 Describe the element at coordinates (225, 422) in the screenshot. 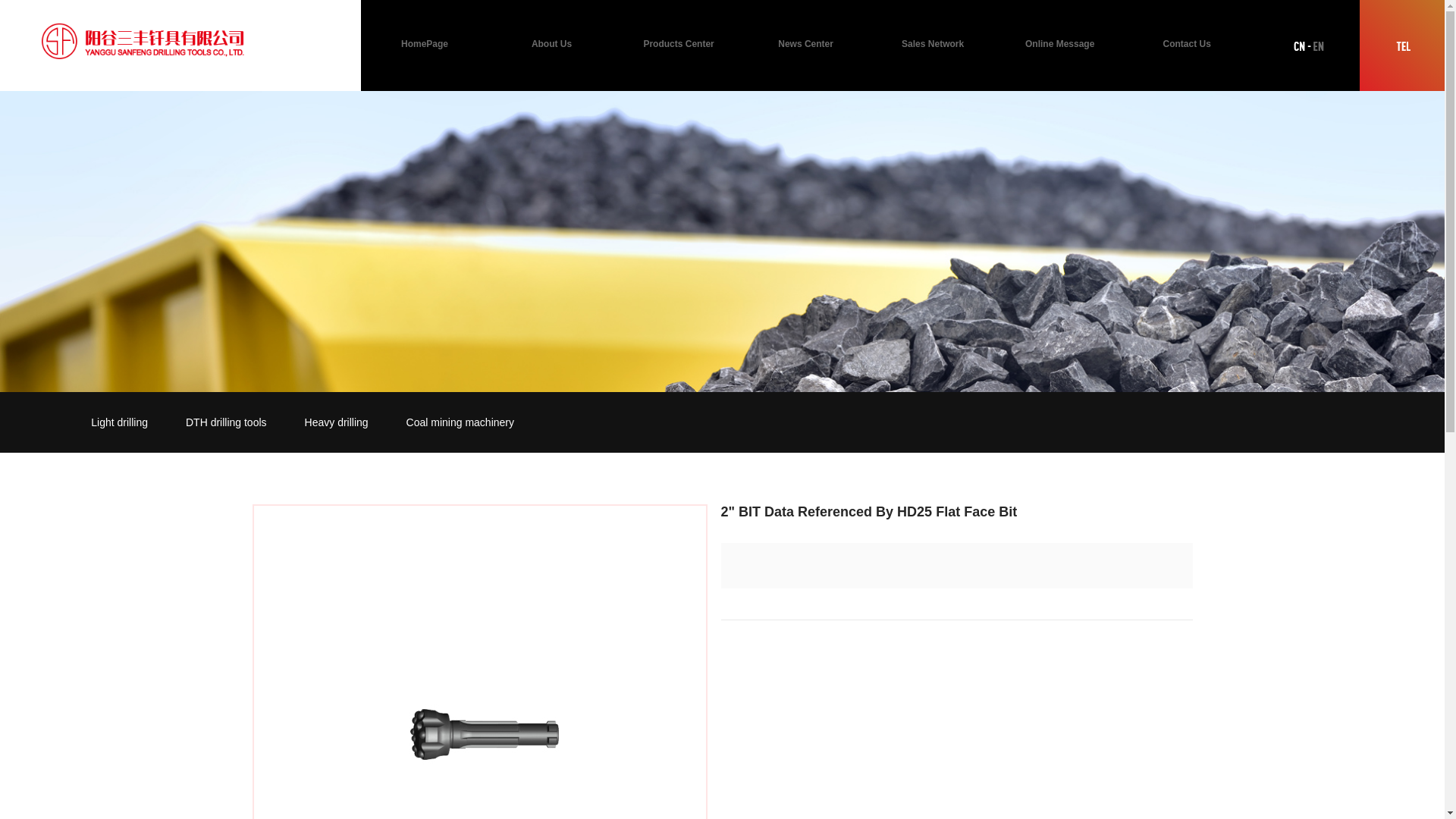

I see `'DTH drilling tools'` at that location.